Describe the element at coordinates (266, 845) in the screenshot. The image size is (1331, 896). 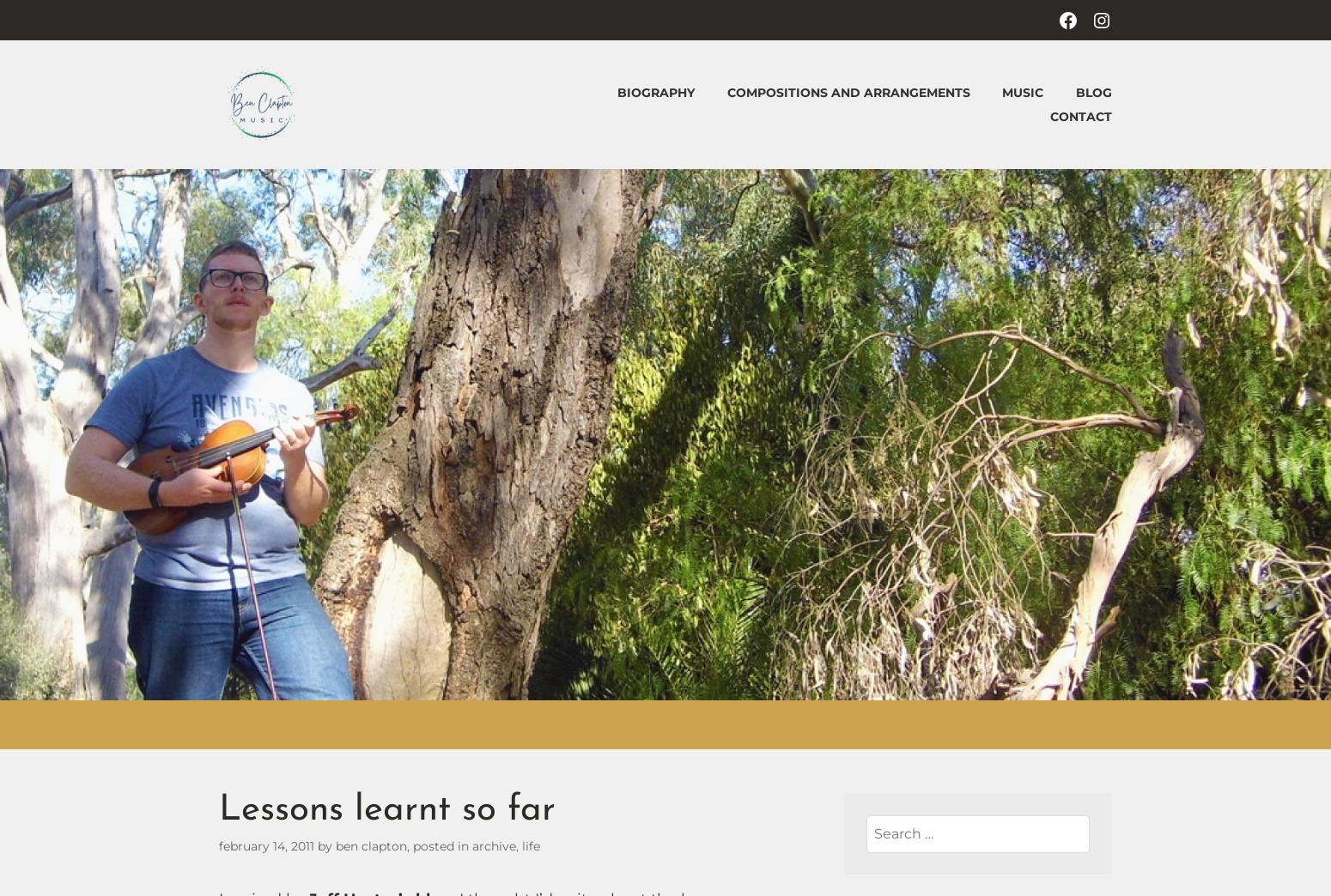
I see `'February 14, 2011'` at that location.